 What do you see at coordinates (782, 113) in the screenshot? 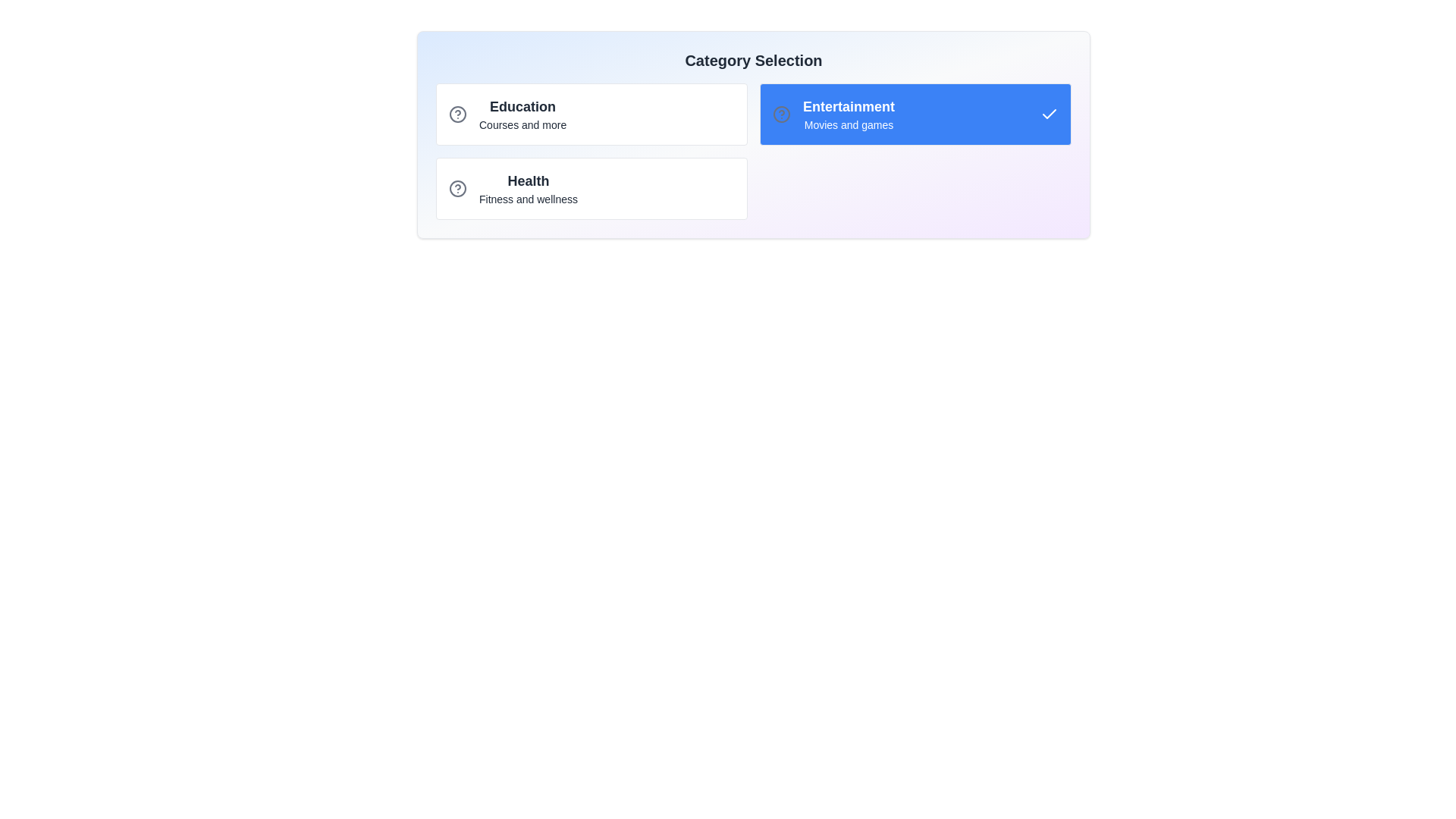
I see `the help icon next to the category Entertainment to view its description` at bounding box center [782, 113].